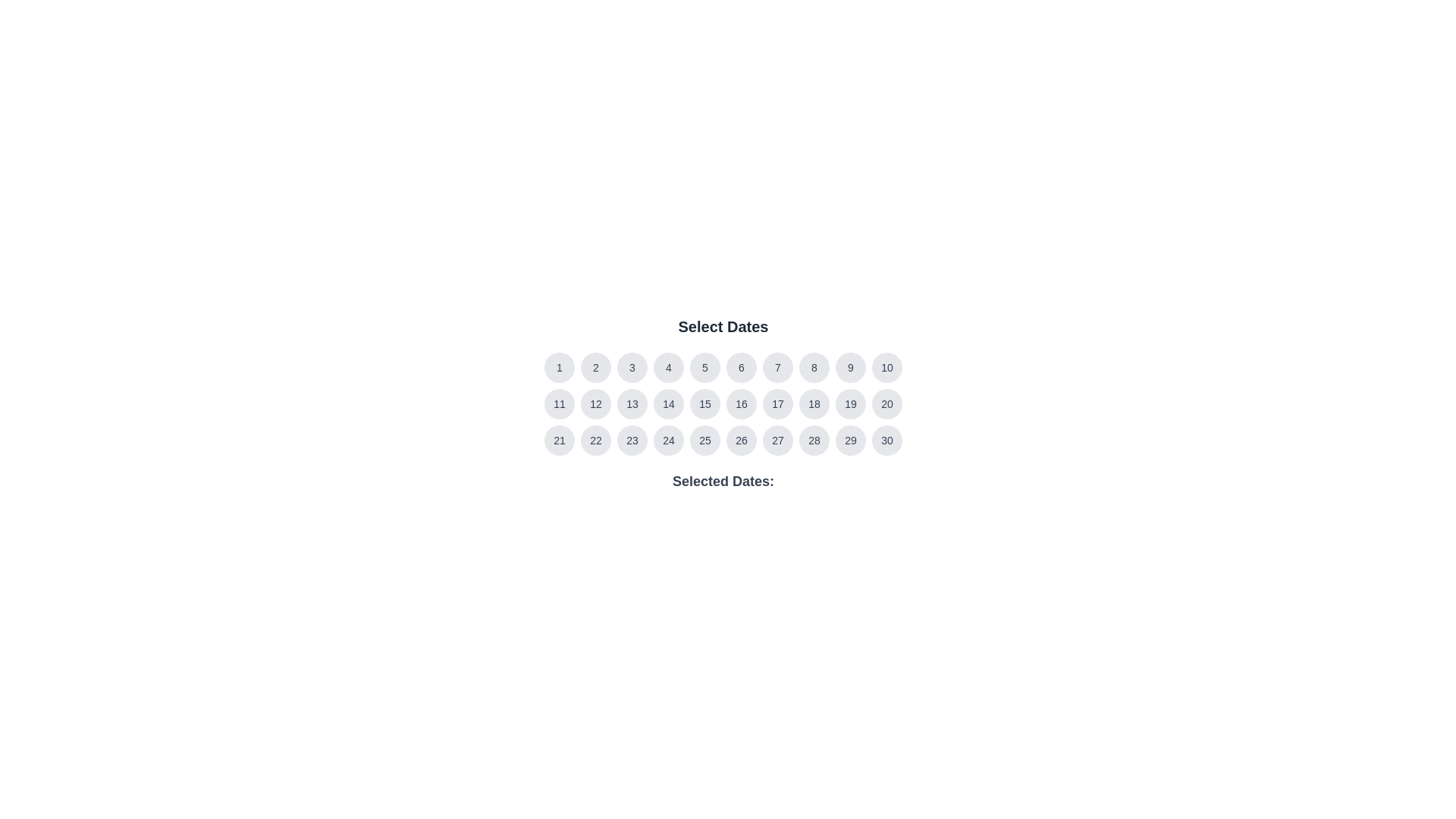  I want to click on the button displaying the number '29' in a circular layout below 'Select Dates', so click(851, 441).